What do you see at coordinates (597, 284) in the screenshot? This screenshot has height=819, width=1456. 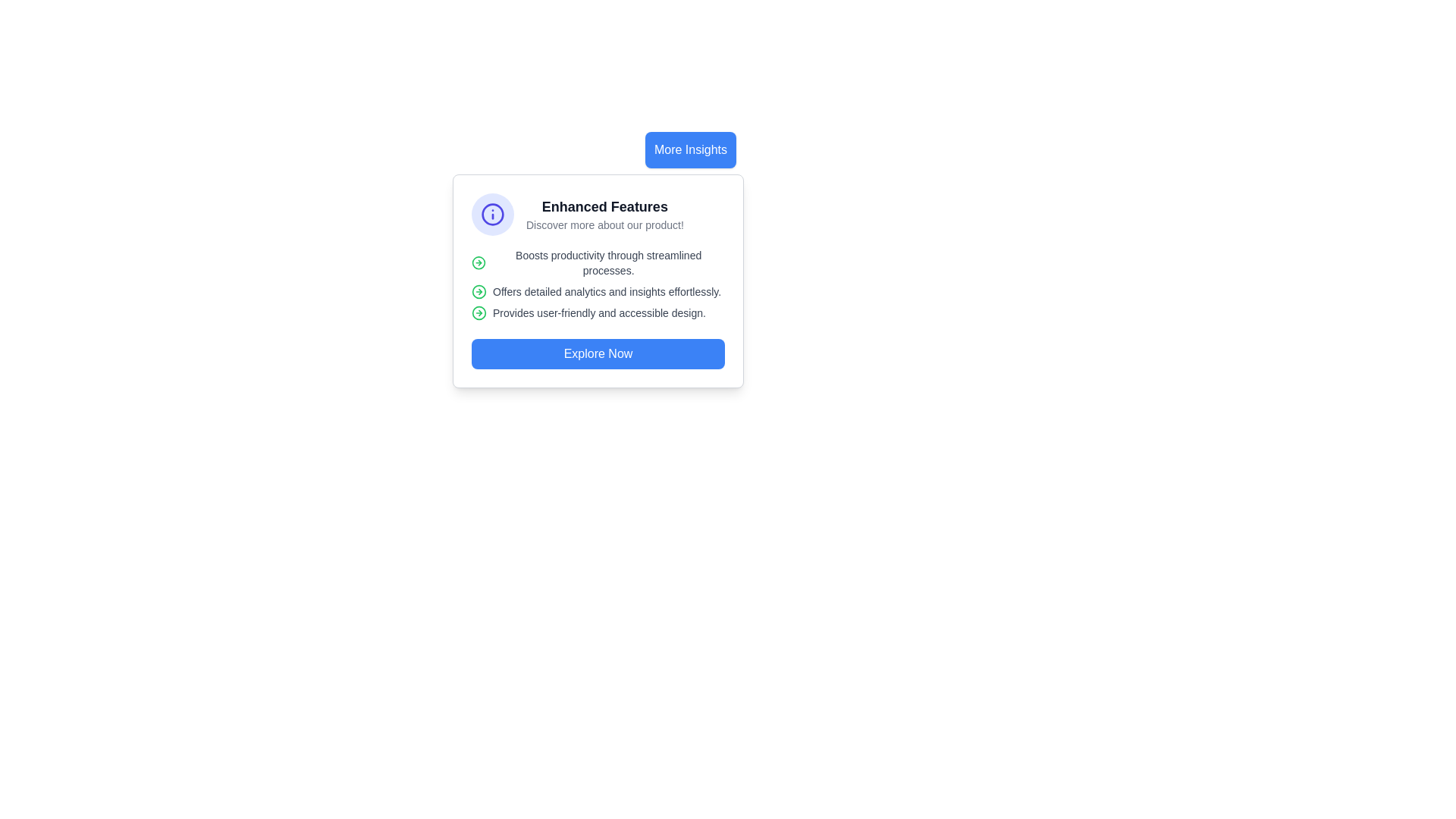 I see `information in the Text Block located below the heading 'Enhanced Features' and just above the blue button labeled 'Explore Now'` at bounding box center [597, 284].